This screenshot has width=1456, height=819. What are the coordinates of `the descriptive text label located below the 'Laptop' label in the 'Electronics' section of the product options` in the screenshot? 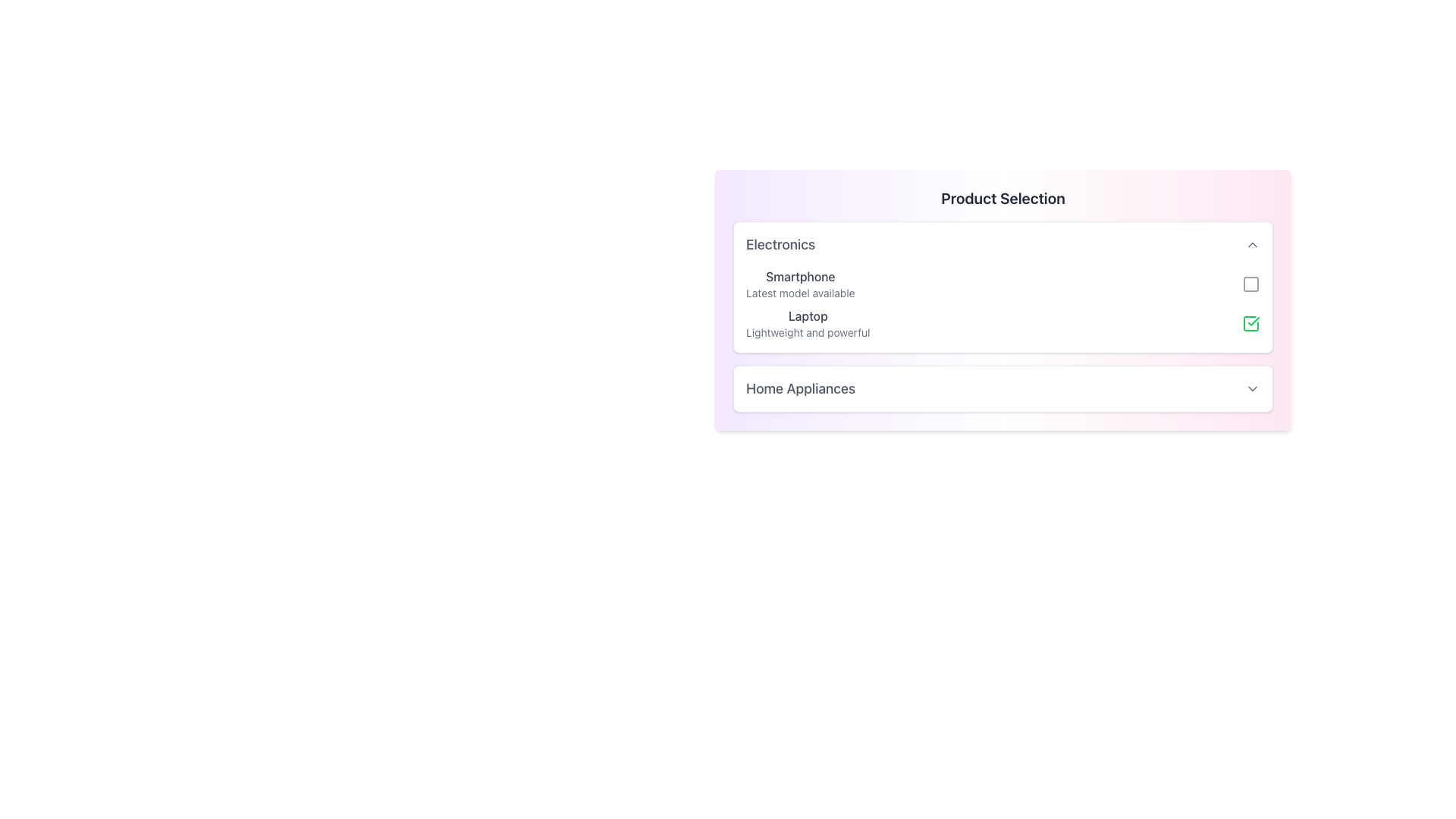 It's located at (807, 332).